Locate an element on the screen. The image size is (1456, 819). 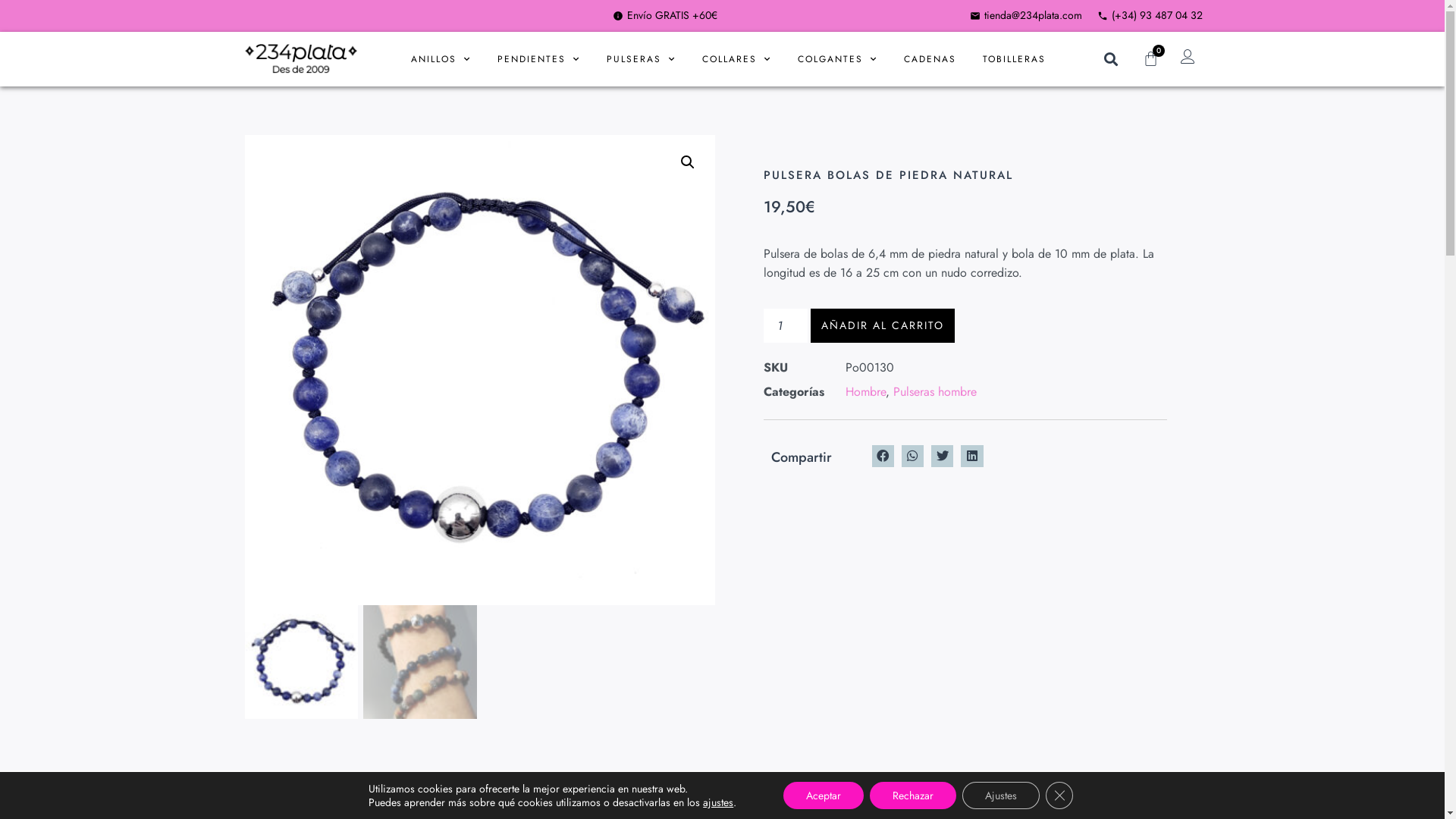
'Aceptar' is located at coordinates (822, 795).